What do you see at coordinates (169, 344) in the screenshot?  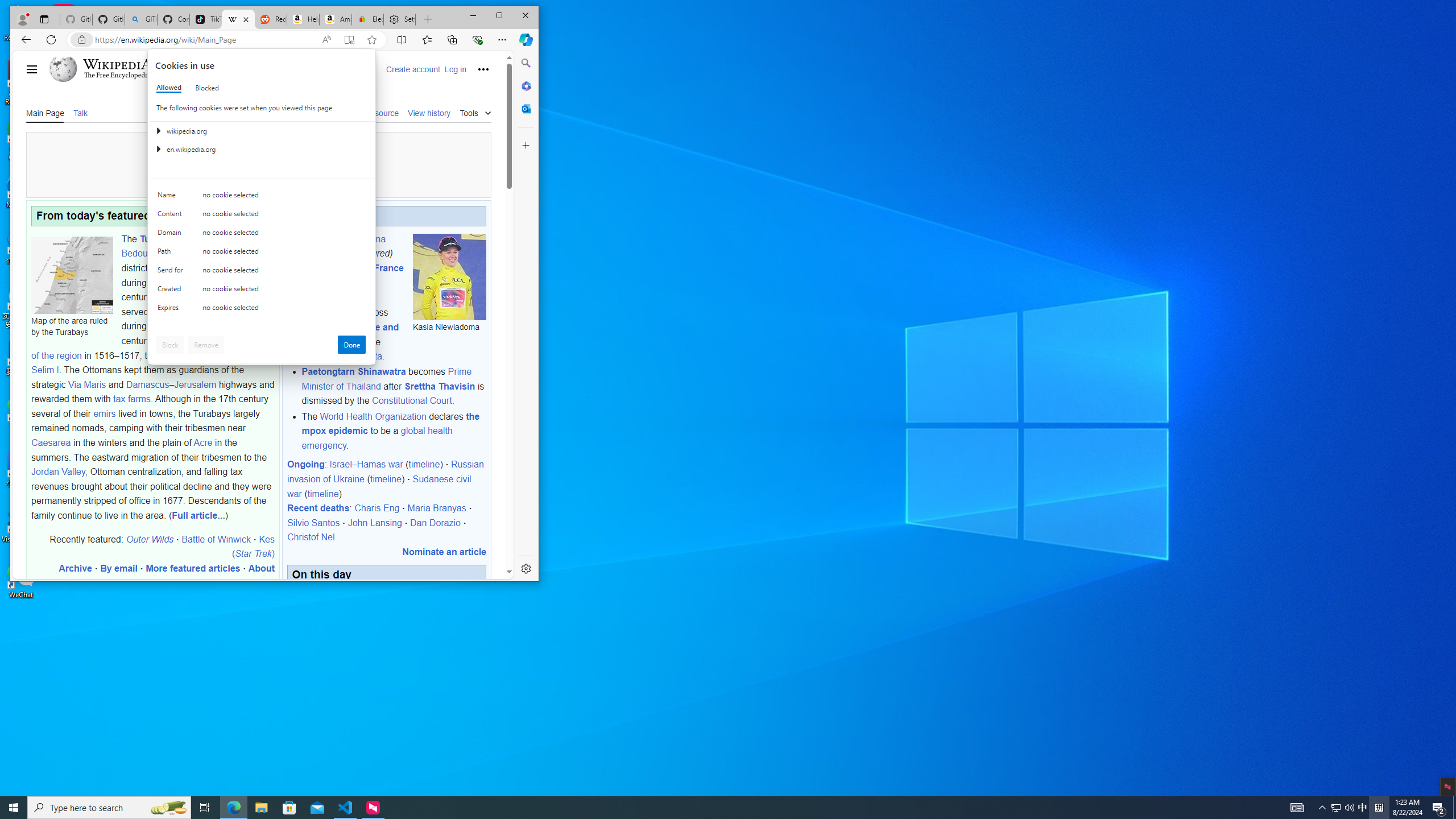 I see `'Block'` at bounding box center [169, 344].